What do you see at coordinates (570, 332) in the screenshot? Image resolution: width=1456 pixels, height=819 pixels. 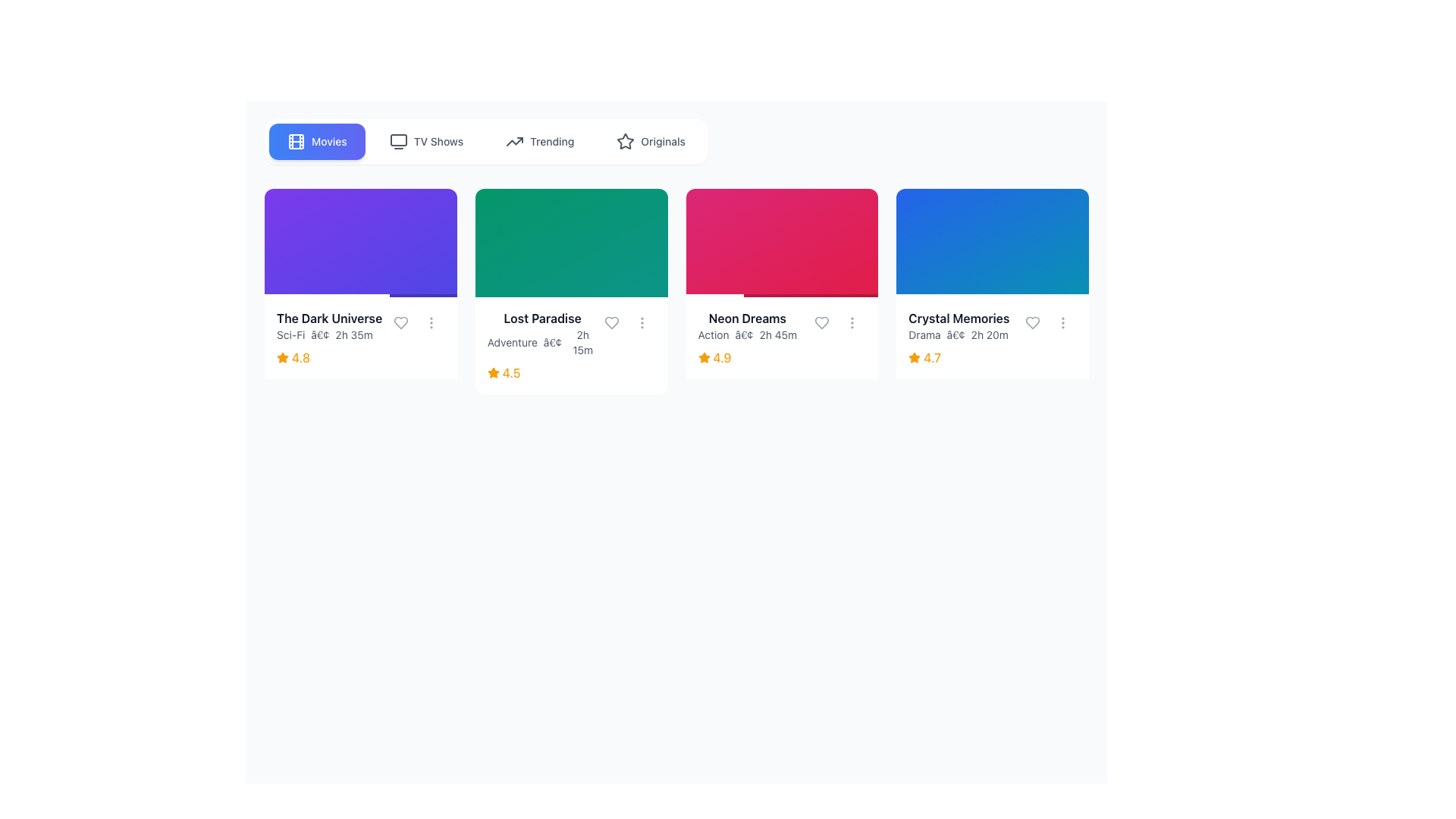 I see `the Text label displaying the movie genre and runtime information for 'Lost Paradise', which is located below the title and to the left of the heart and vertical ellipsis icons` at bounding box center [570, 332].